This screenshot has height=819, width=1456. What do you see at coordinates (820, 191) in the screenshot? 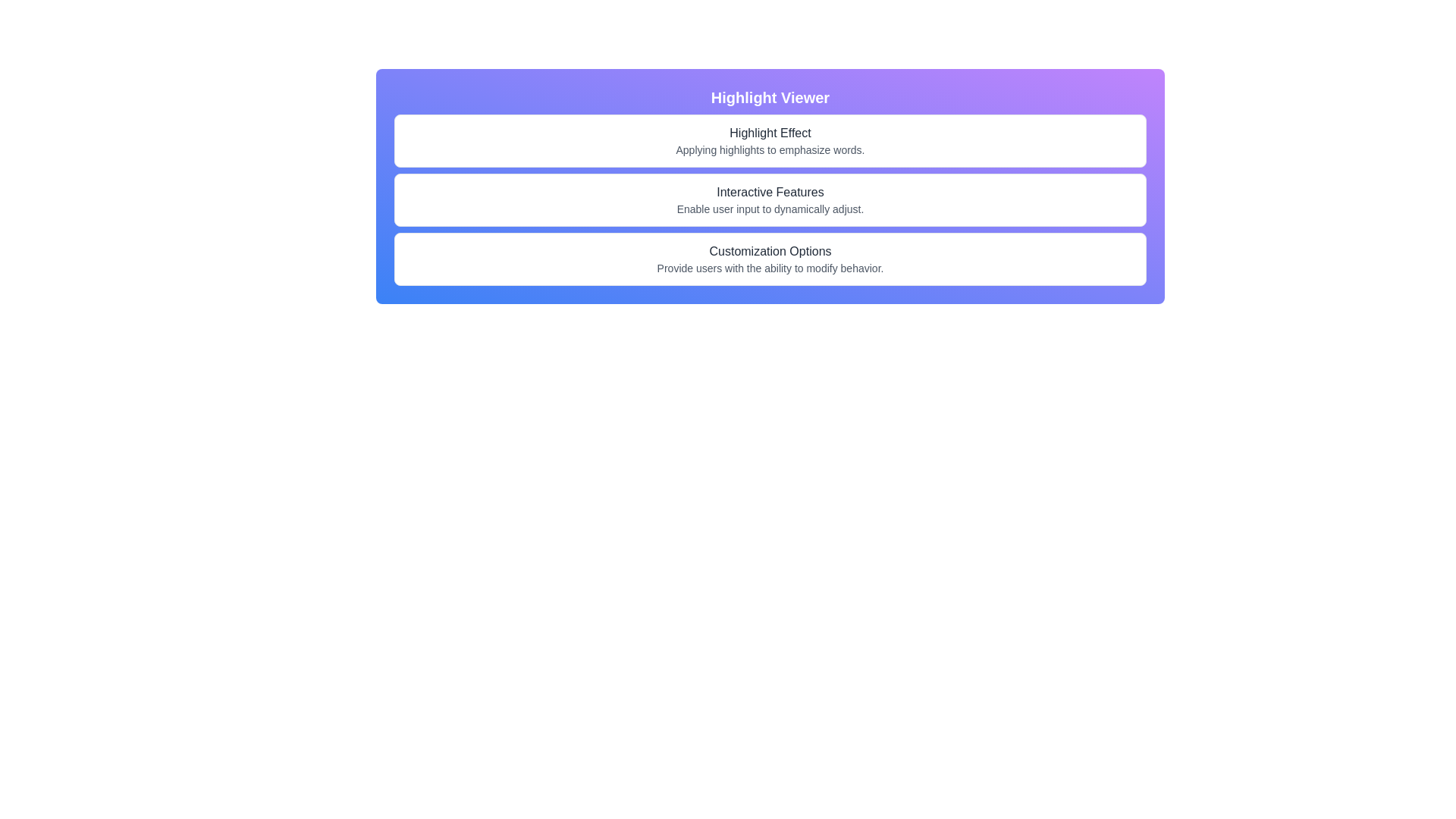
I see `the text element displaying the letter 's' in the phrase 'Interactive Features', styled in medium-weight gray font` at bounding box center [820, 191].